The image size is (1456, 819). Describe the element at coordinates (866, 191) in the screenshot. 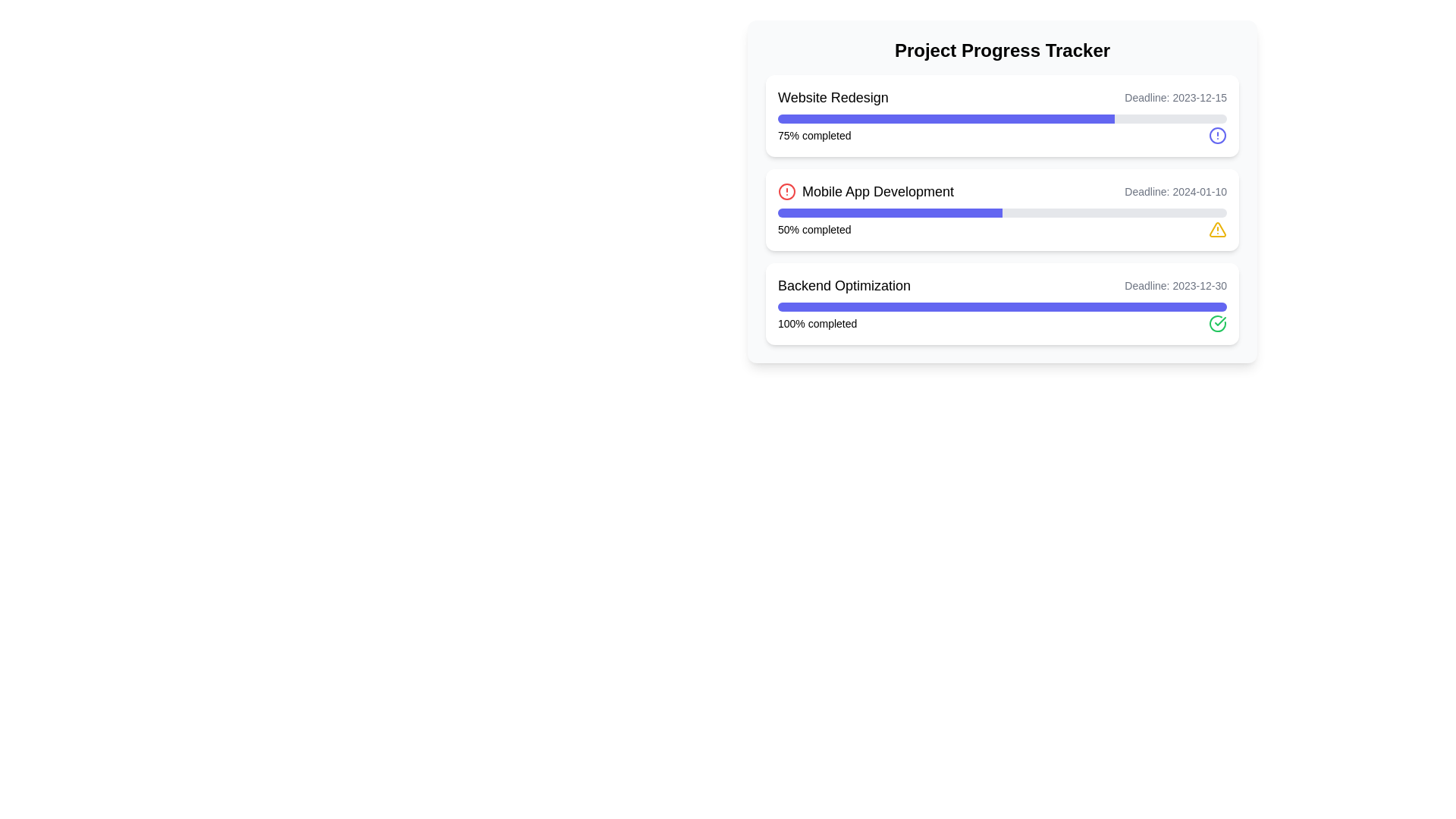

I see `the TextLabel displaying 'Mobile App Development' which includes an alert icon on its left, located within a task progress section` at that location.